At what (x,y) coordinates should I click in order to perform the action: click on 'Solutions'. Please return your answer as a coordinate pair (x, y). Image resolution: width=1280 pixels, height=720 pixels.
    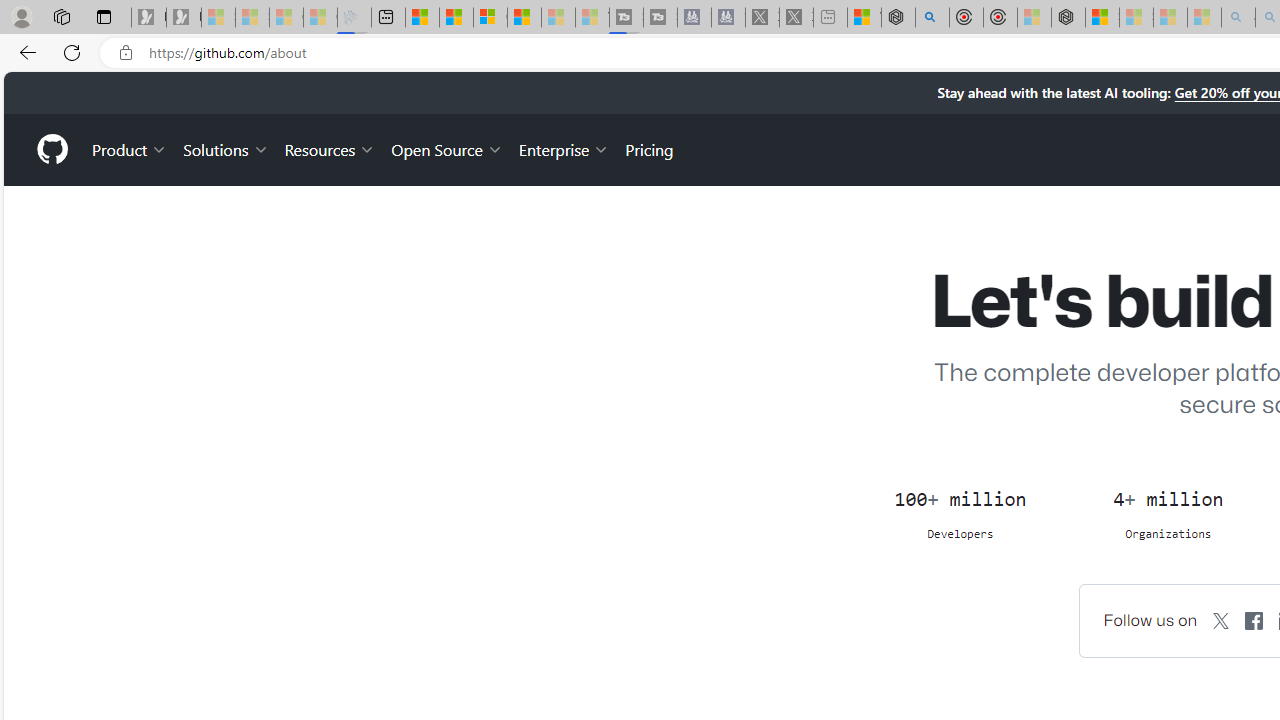
    Looking at the image, I should click on (225, 148).